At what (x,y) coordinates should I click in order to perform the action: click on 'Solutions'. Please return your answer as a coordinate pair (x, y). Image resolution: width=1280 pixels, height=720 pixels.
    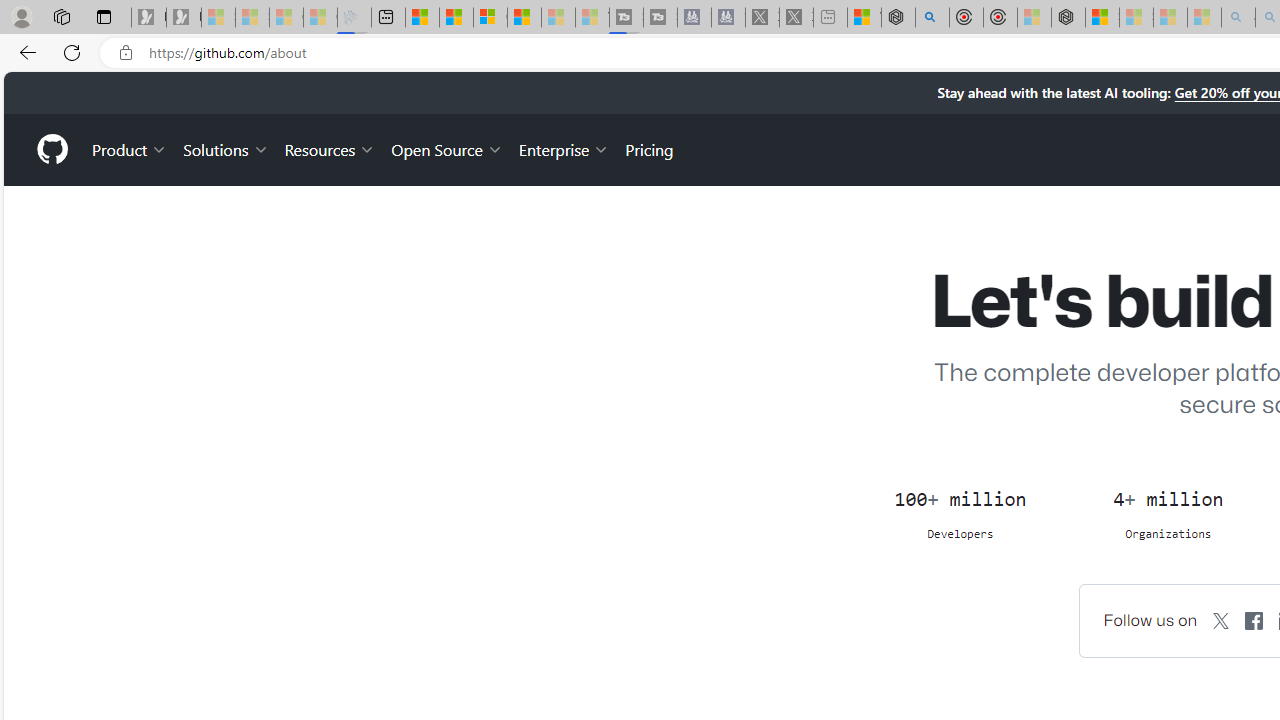
    Looking at the image, I should click on (225, 148).